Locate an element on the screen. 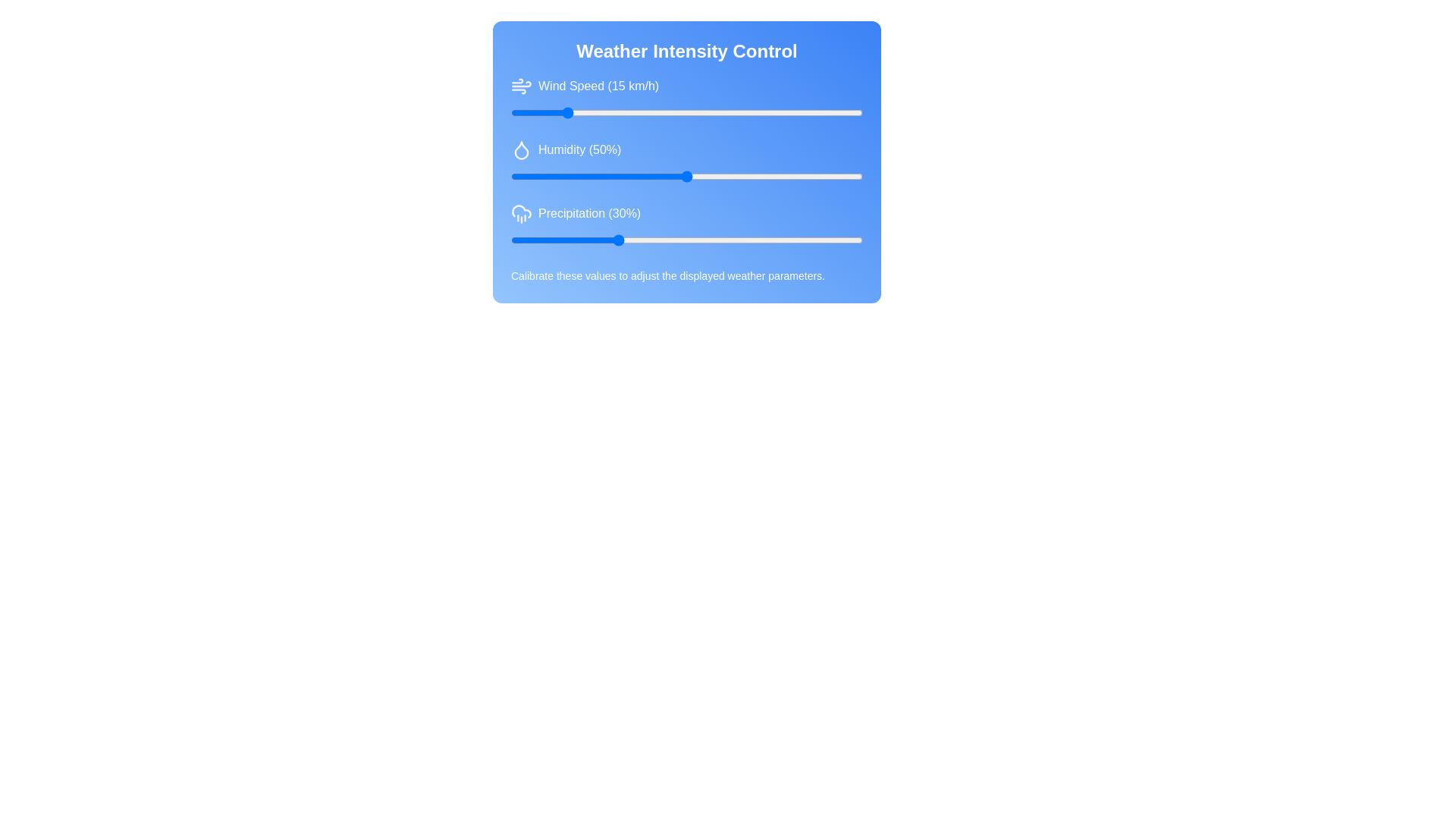 The image size is (1456, 819). the humidity level is located at coordinates (601, 175).